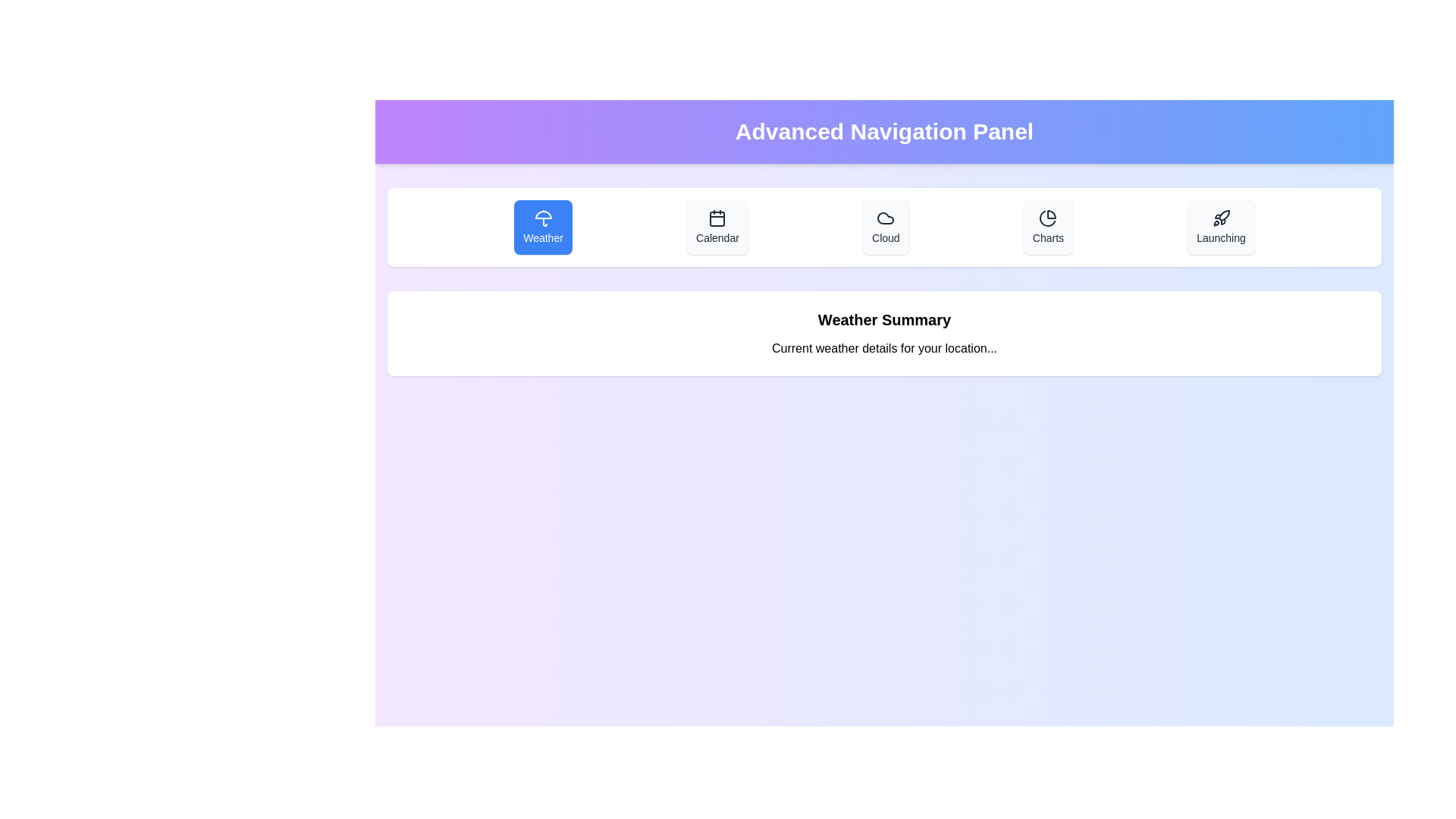  I want to click on the 'Charts' text label located below the pie chart icon for accessibility navigation, so click(1047, 237).